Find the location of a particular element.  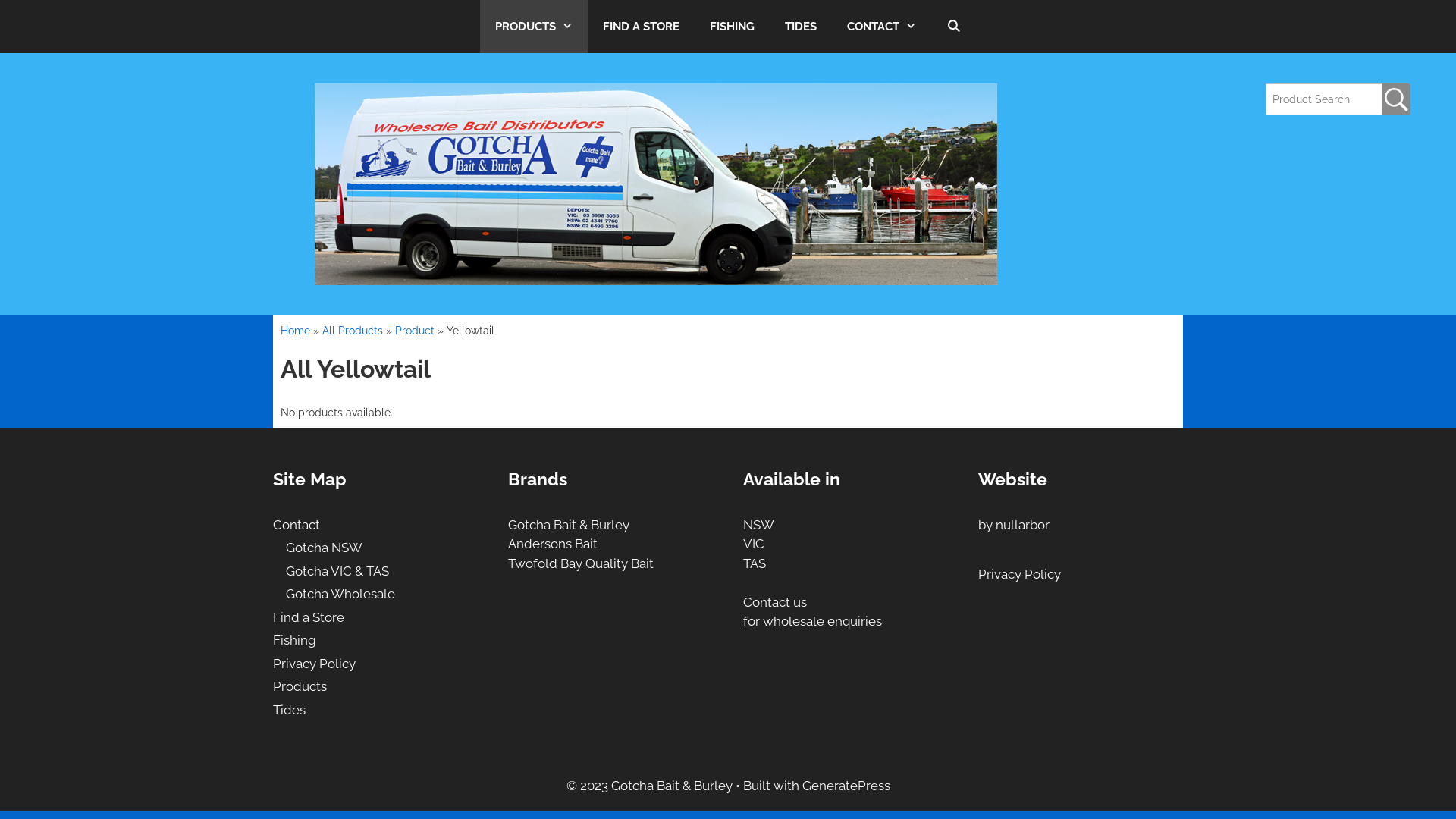

'CONTACT' is located at coordinates (881, 26).